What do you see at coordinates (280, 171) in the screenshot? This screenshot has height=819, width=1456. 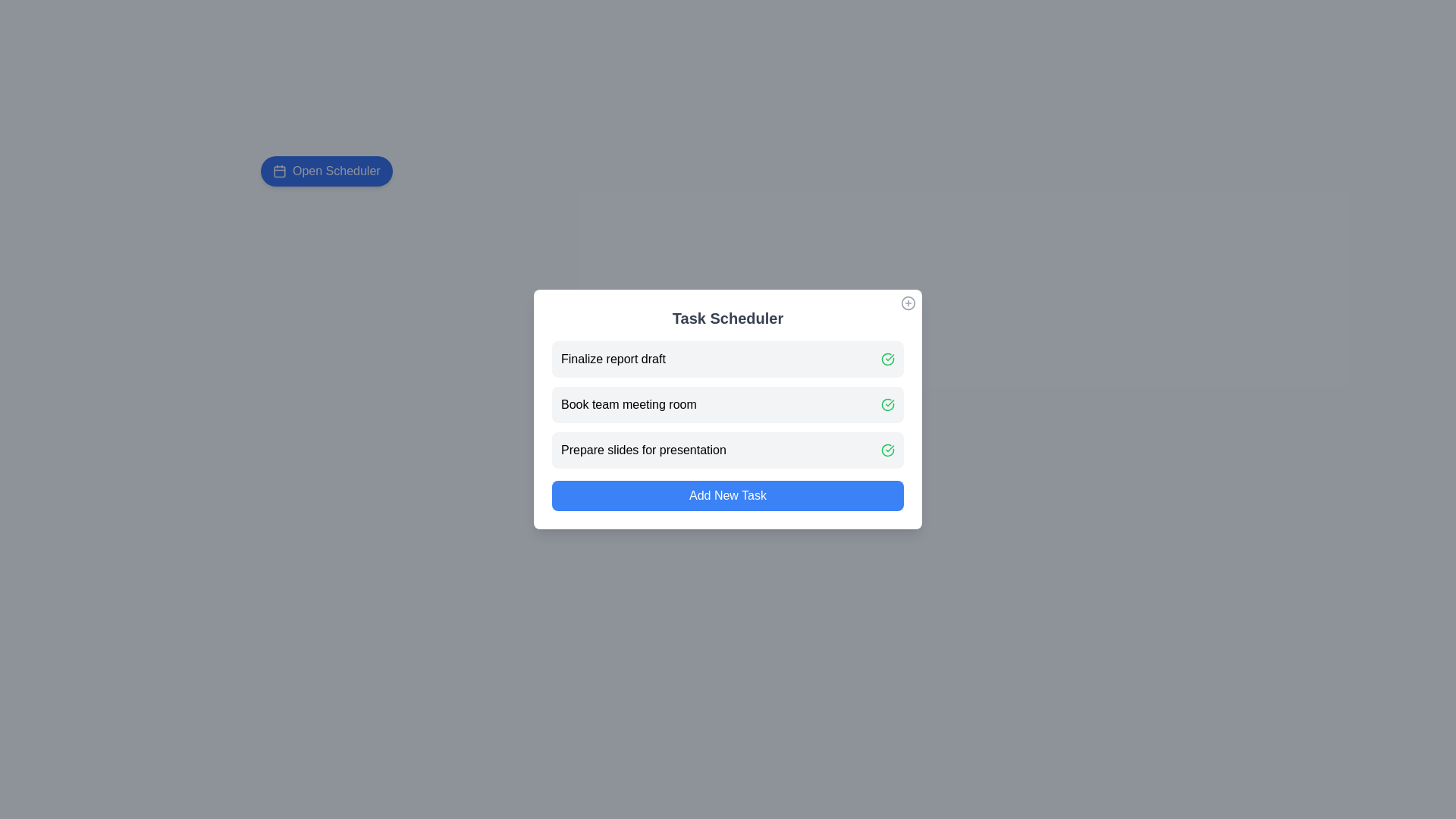 I see `the 'Open Scheduler' button by interacting with its leftmost icon` at bounding box center [280, 171].